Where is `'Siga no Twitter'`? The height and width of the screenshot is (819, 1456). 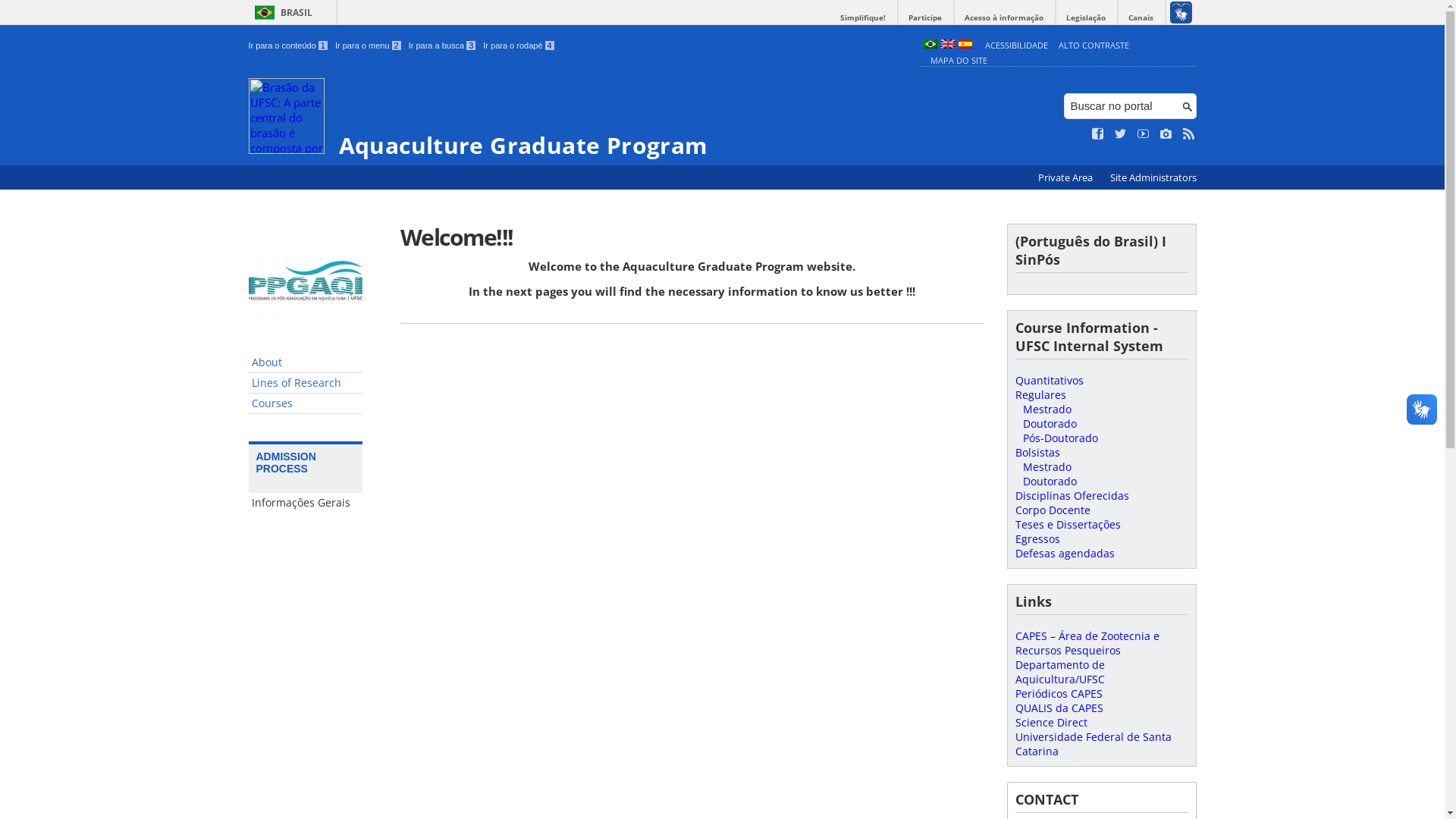
'Siga no Twitter' is located at coordinates (1121, 133).